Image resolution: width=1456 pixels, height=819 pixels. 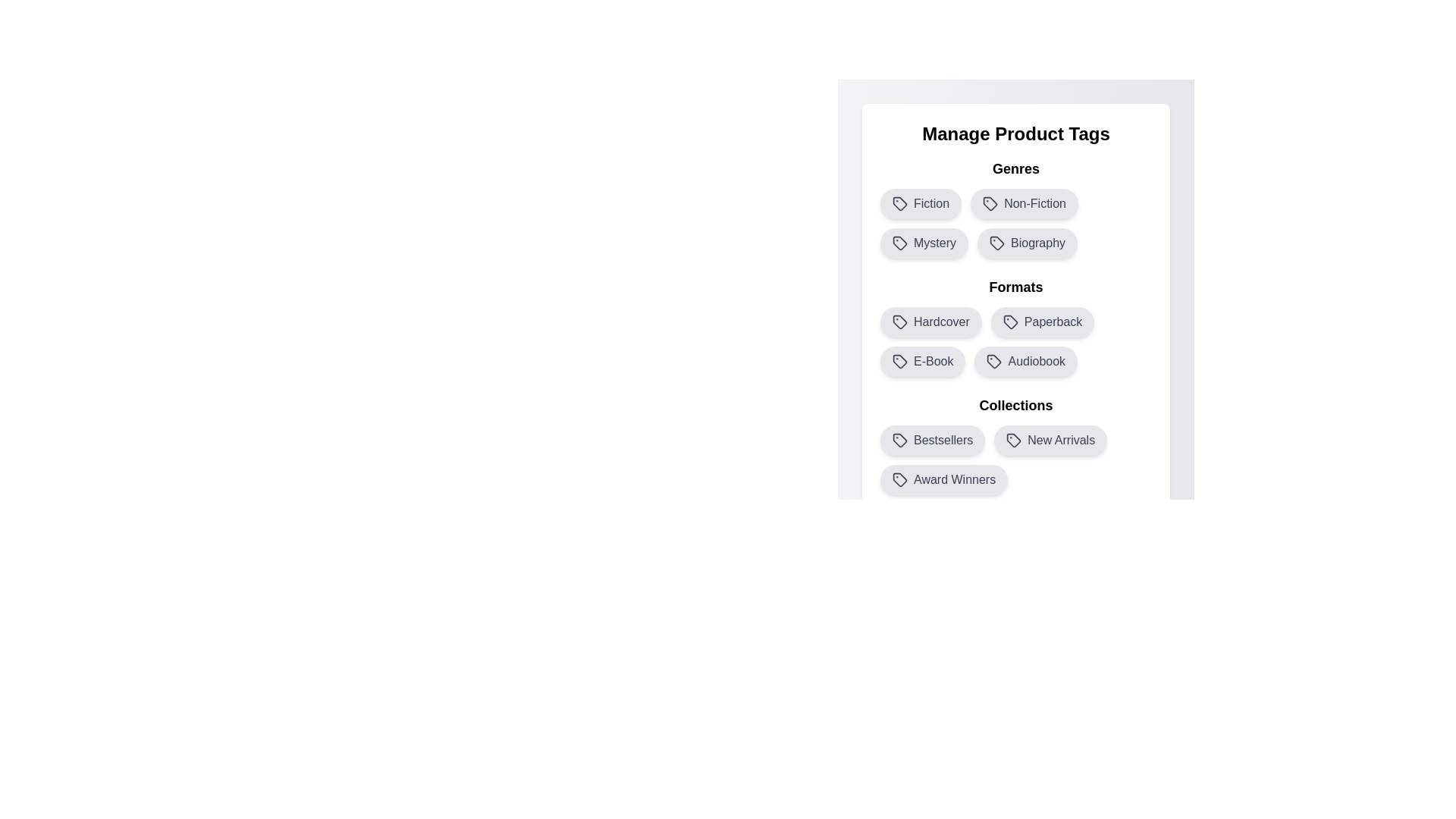 What do you see at coordinates (899, 203) in the screenshot?
I see `the tag-shaped icon with a dark gray outline located inside the light gray button labeled 'Fiction' in the 'Manage Product Tags' panel` at bounding box center [899, 203].